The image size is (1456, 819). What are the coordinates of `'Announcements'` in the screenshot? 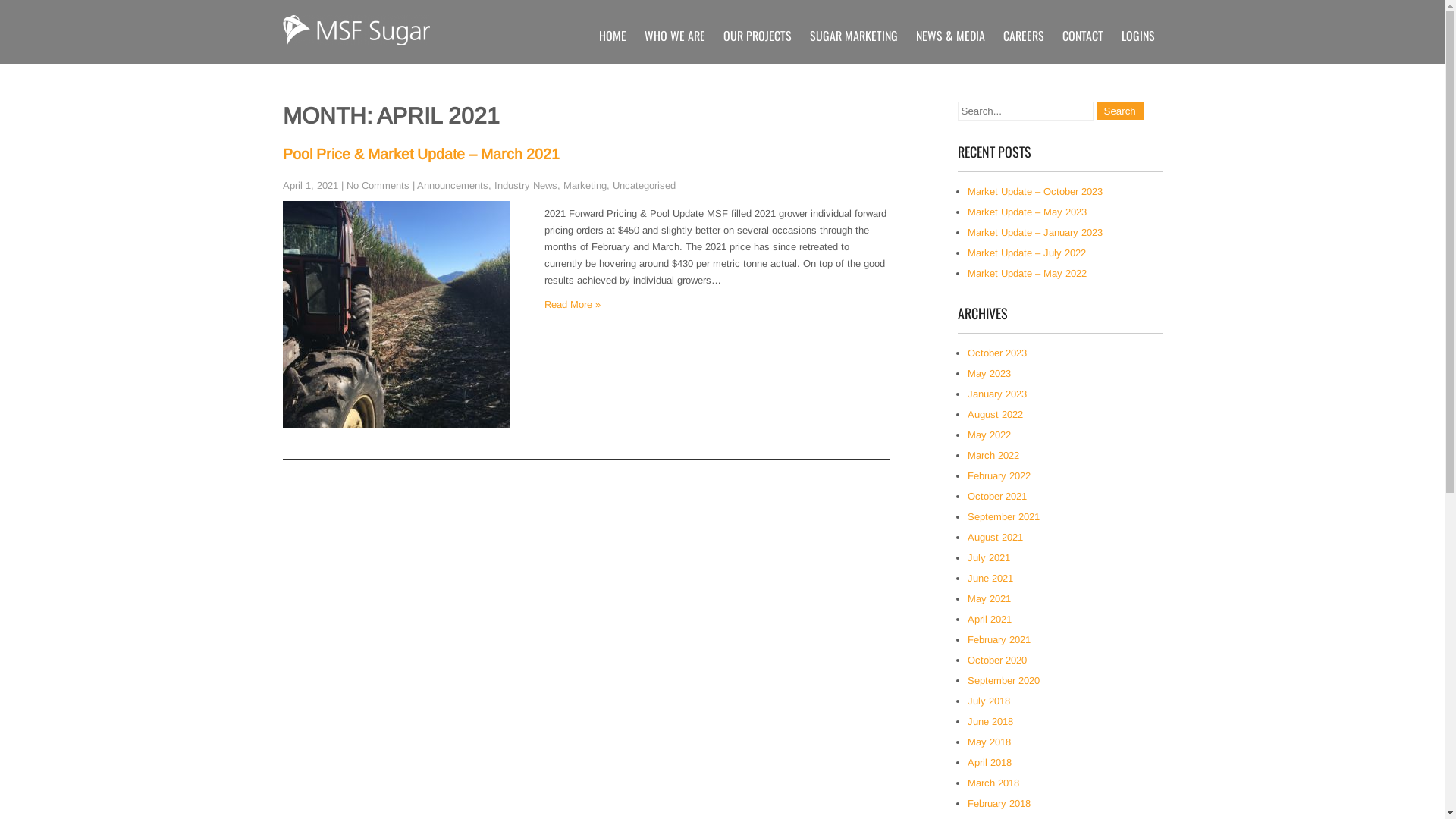 It's located at (451, 184).